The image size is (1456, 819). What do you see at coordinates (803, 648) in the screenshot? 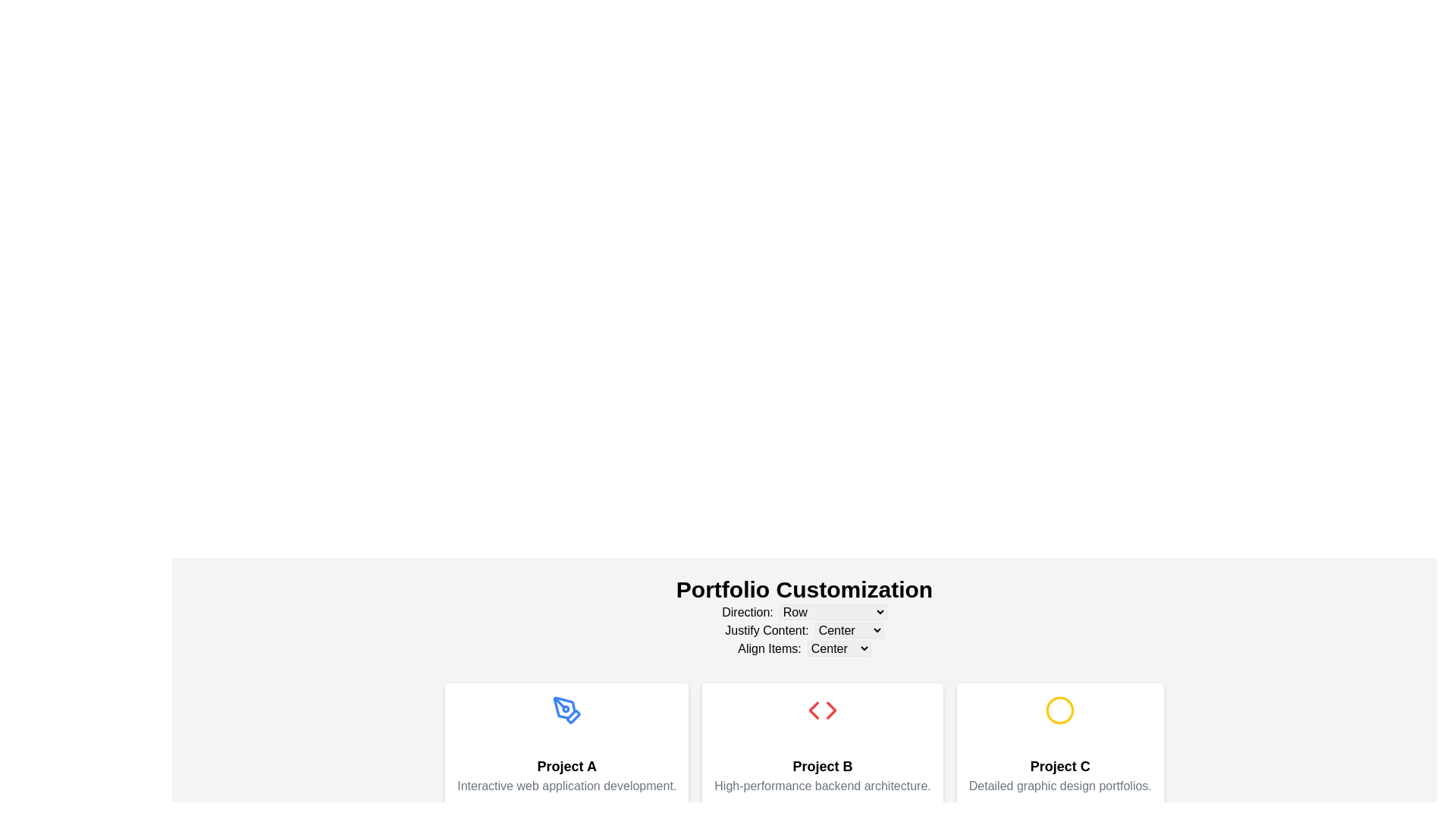
I see `the interactive component 'StretchCenterBaseline' within the text options under 'Portfolio Customization'` at bounding box center [803, 648].